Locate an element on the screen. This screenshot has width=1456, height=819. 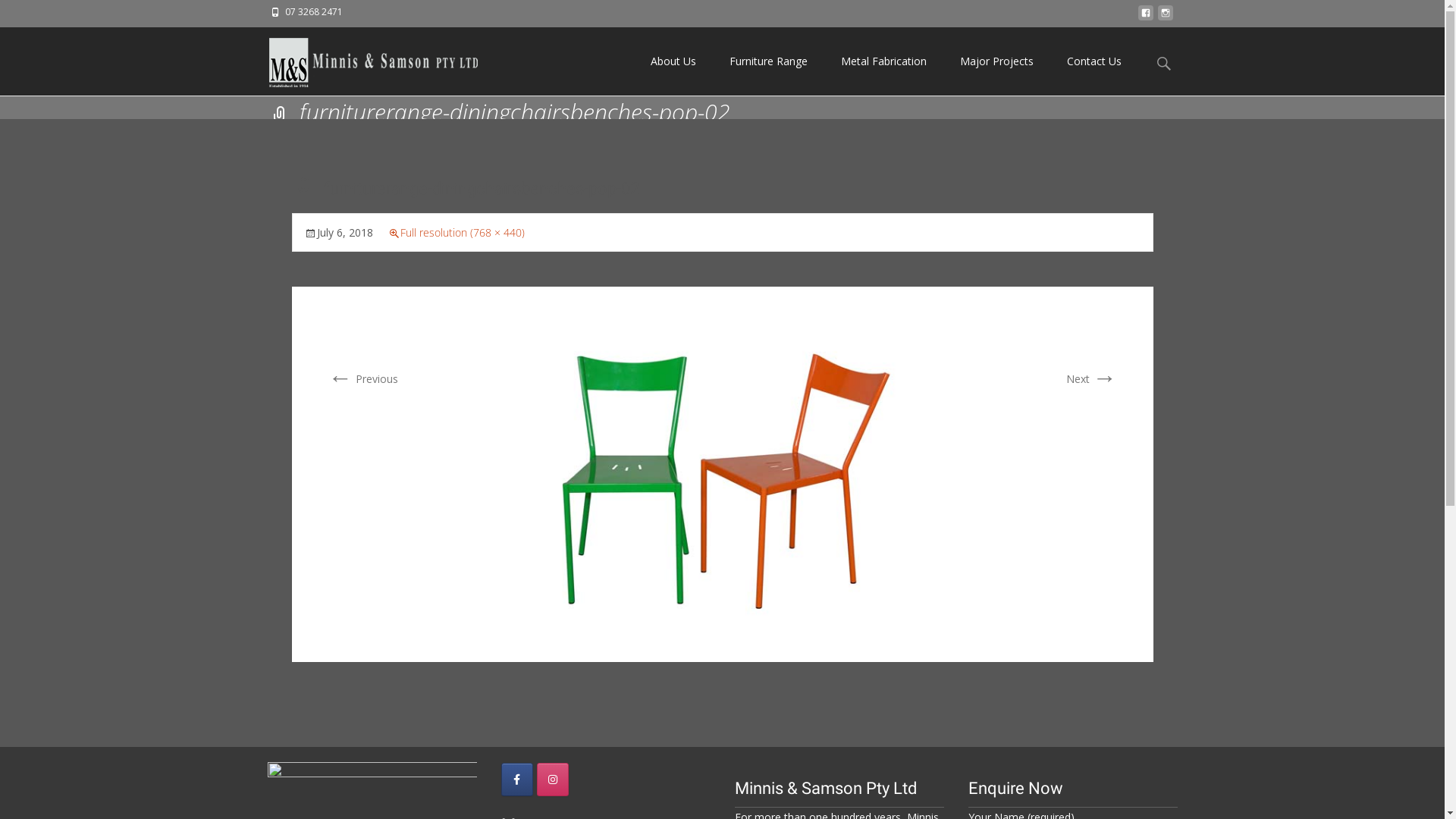
'Search for:' is located at coordinates (1163, 62).